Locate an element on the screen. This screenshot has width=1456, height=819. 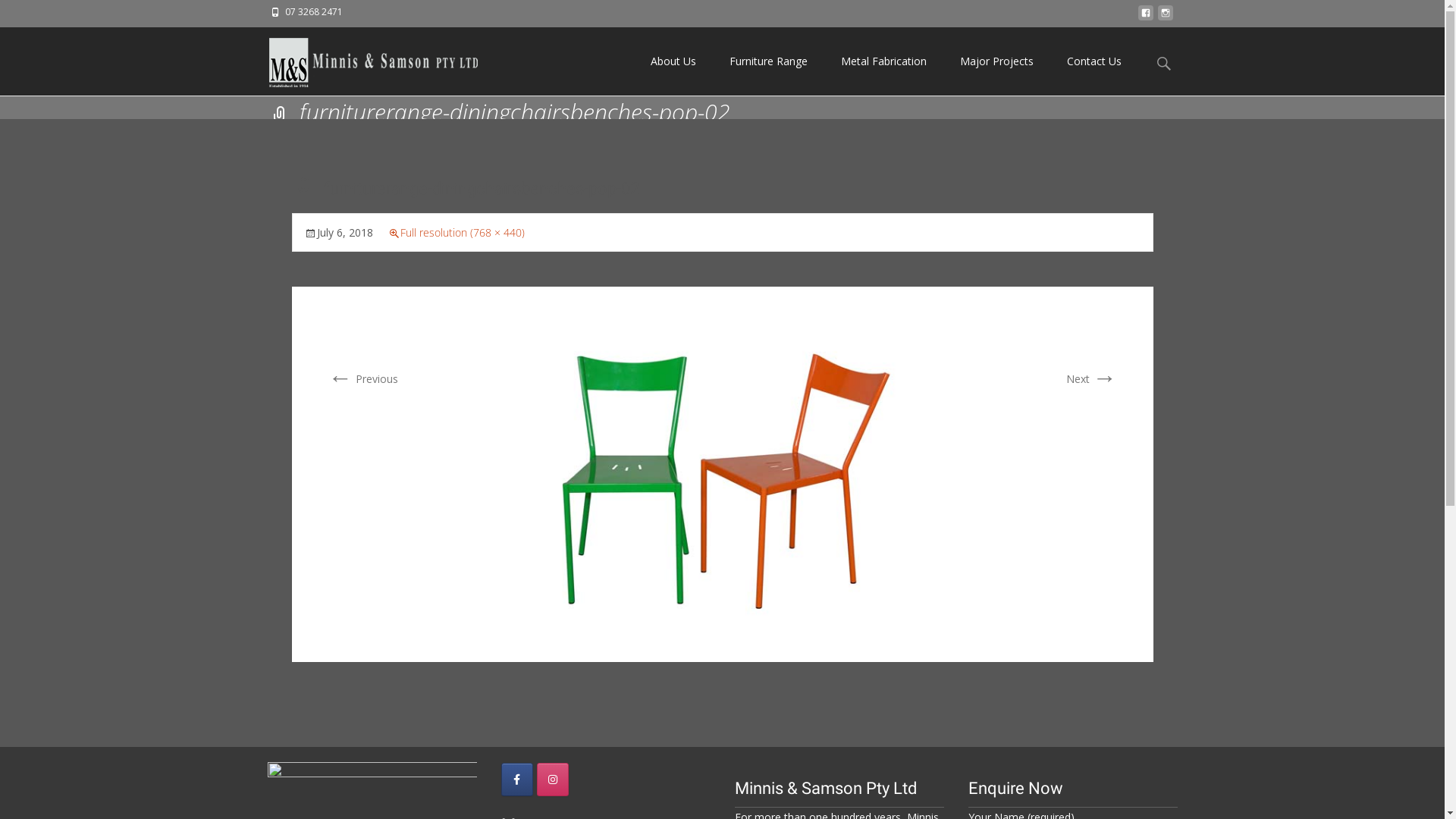
'Search for:' is located at coordinates (1163, 62).